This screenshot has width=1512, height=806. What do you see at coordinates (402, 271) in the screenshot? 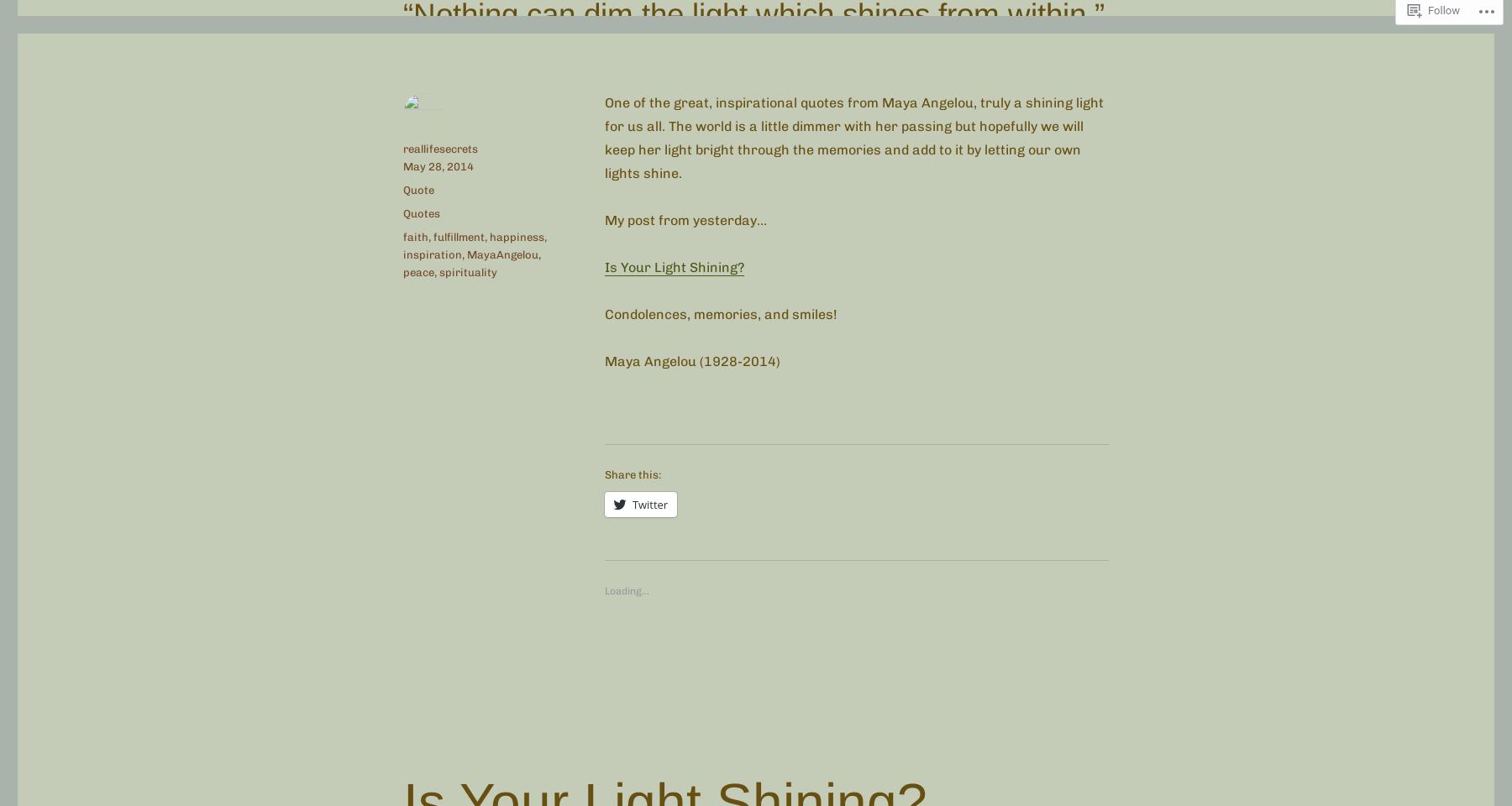
I see `'peace'` at bounding box center [402, 271].